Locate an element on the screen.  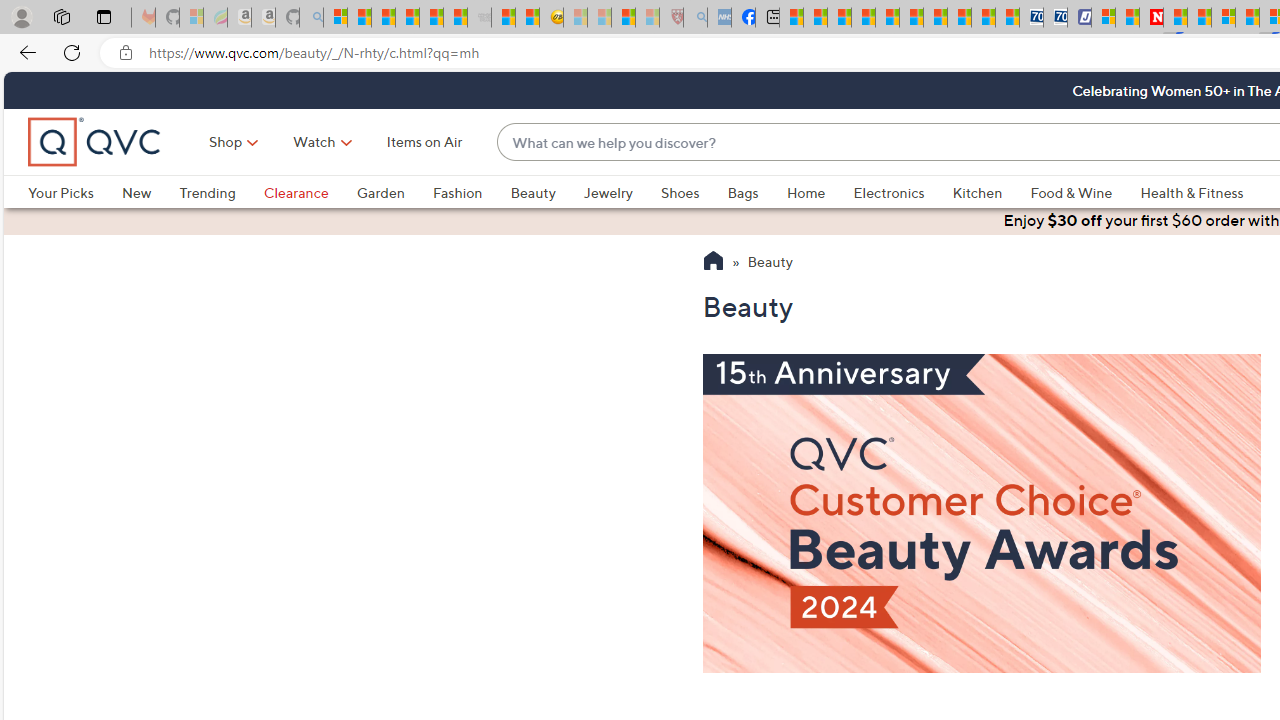
'Trusted Community Engagement and Contributions | Guidelines' is located at coordinates (1175, 17).